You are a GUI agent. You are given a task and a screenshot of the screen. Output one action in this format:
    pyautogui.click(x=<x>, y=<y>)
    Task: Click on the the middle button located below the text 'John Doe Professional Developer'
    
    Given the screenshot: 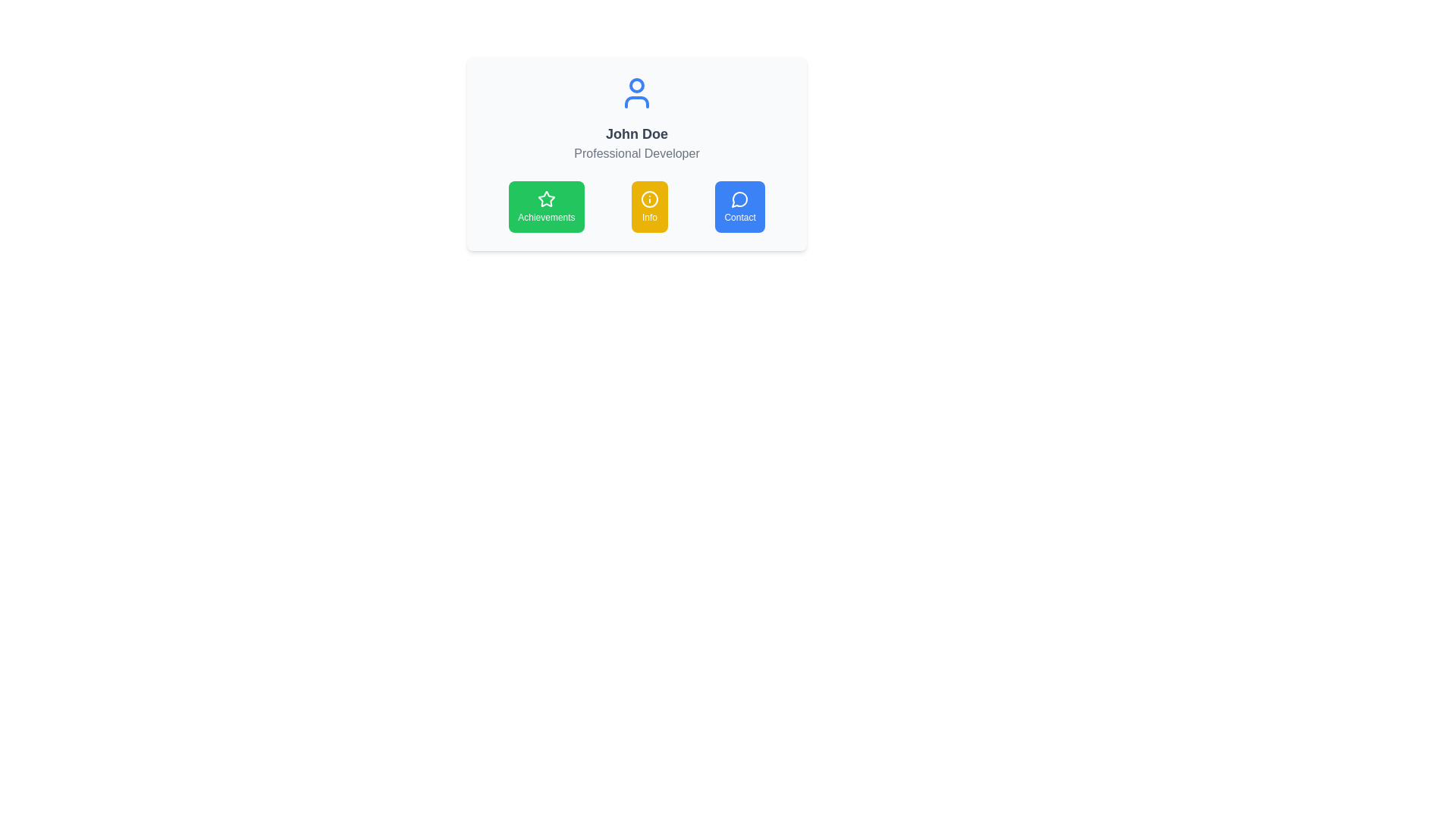 What is the action you would take?
    pyautogui.click(x=650, y=207)
    